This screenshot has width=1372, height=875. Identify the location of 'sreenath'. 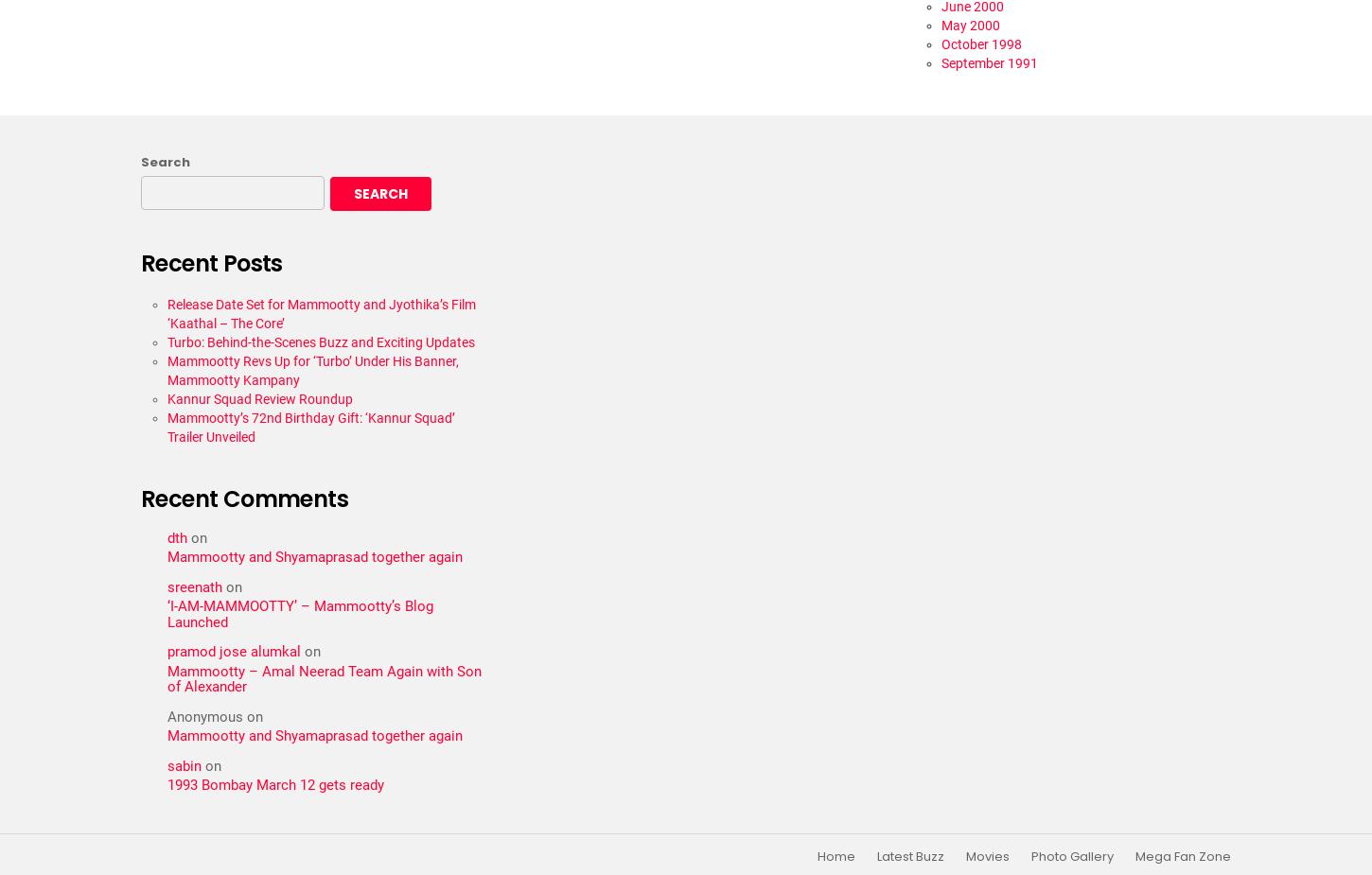
(194, 586).